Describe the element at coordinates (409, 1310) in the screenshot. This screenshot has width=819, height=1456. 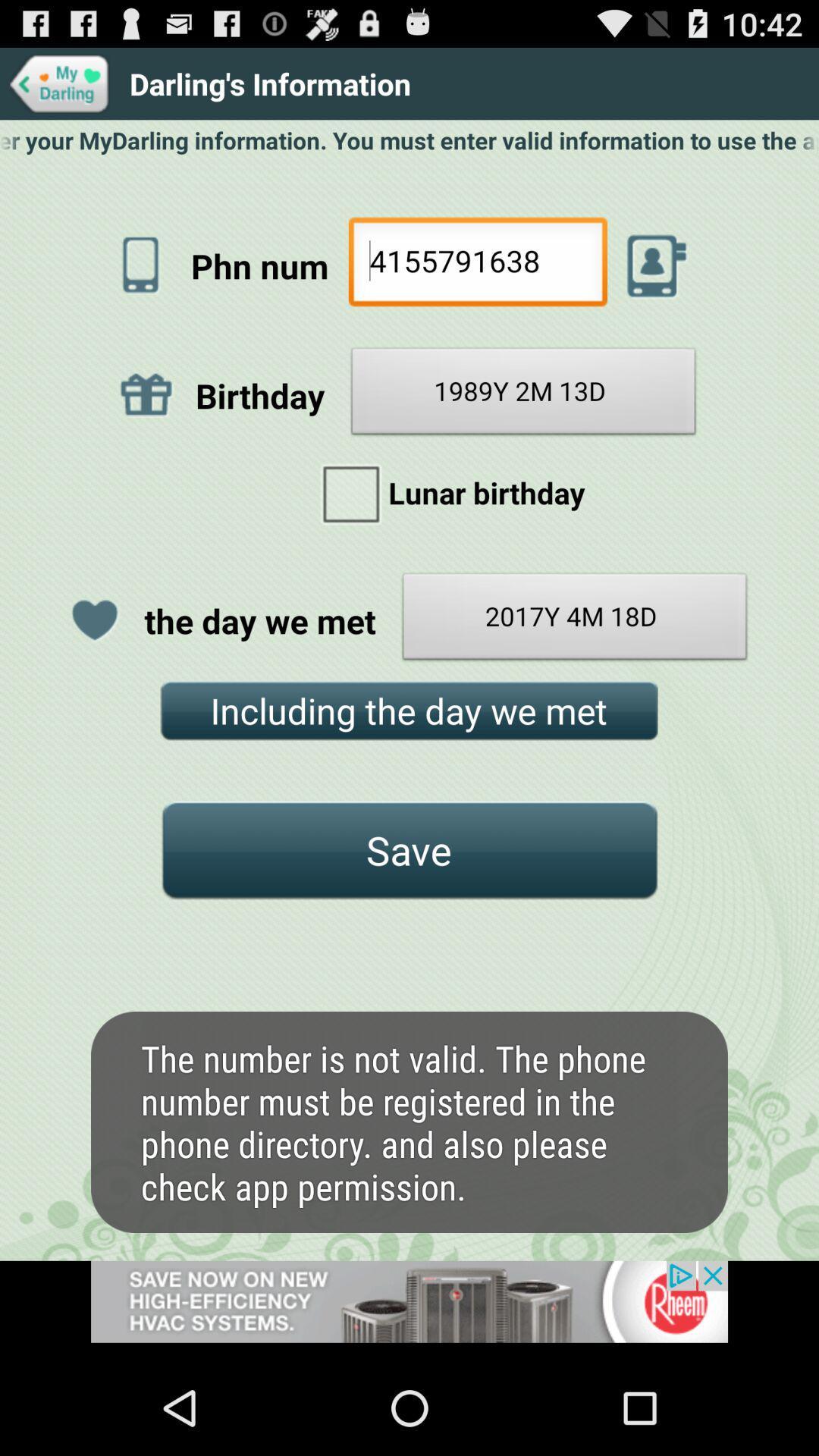
I see `advertisement for rheem` at that location.